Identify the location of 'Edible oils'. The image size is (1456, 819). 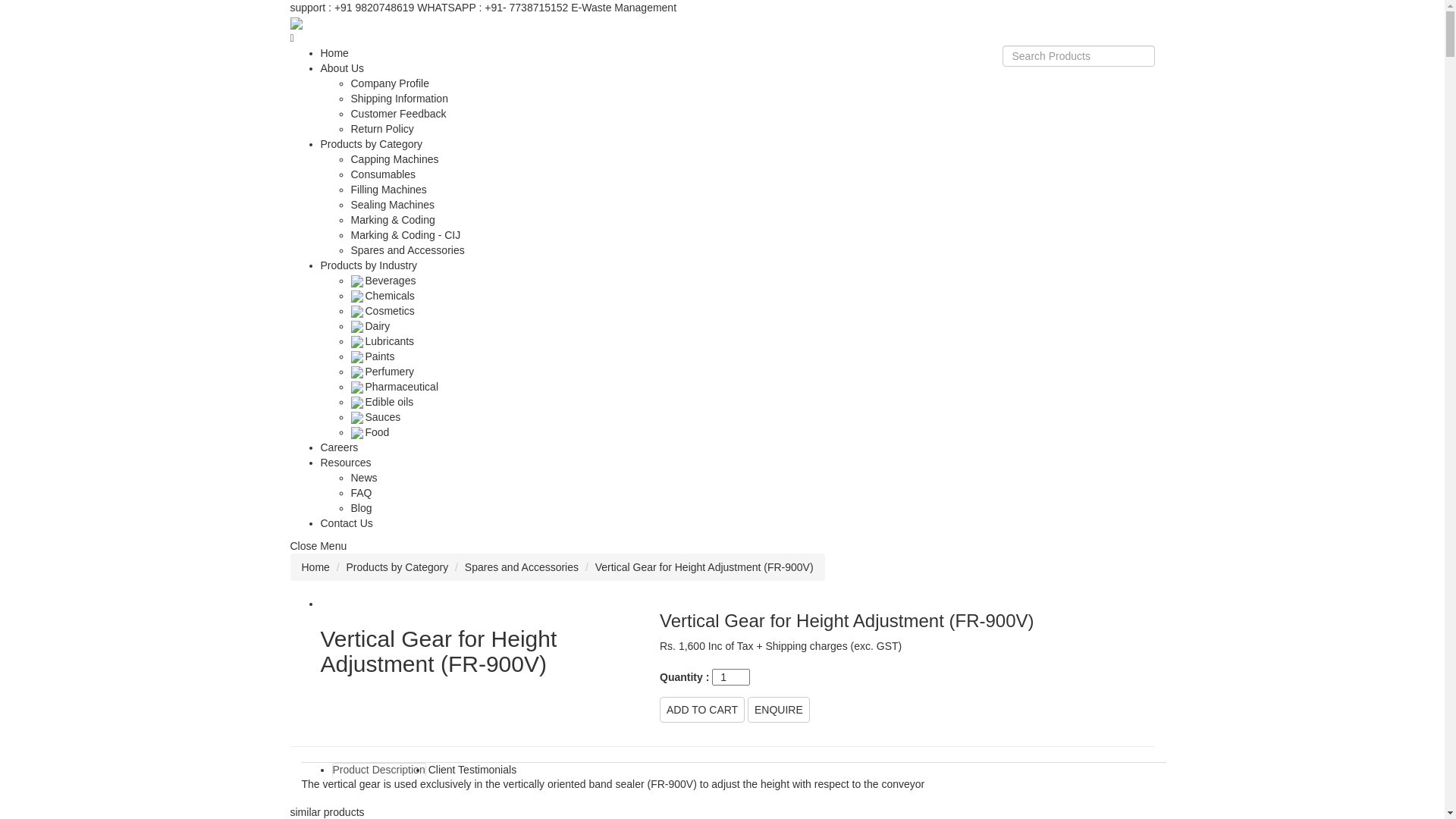
(381, 400).